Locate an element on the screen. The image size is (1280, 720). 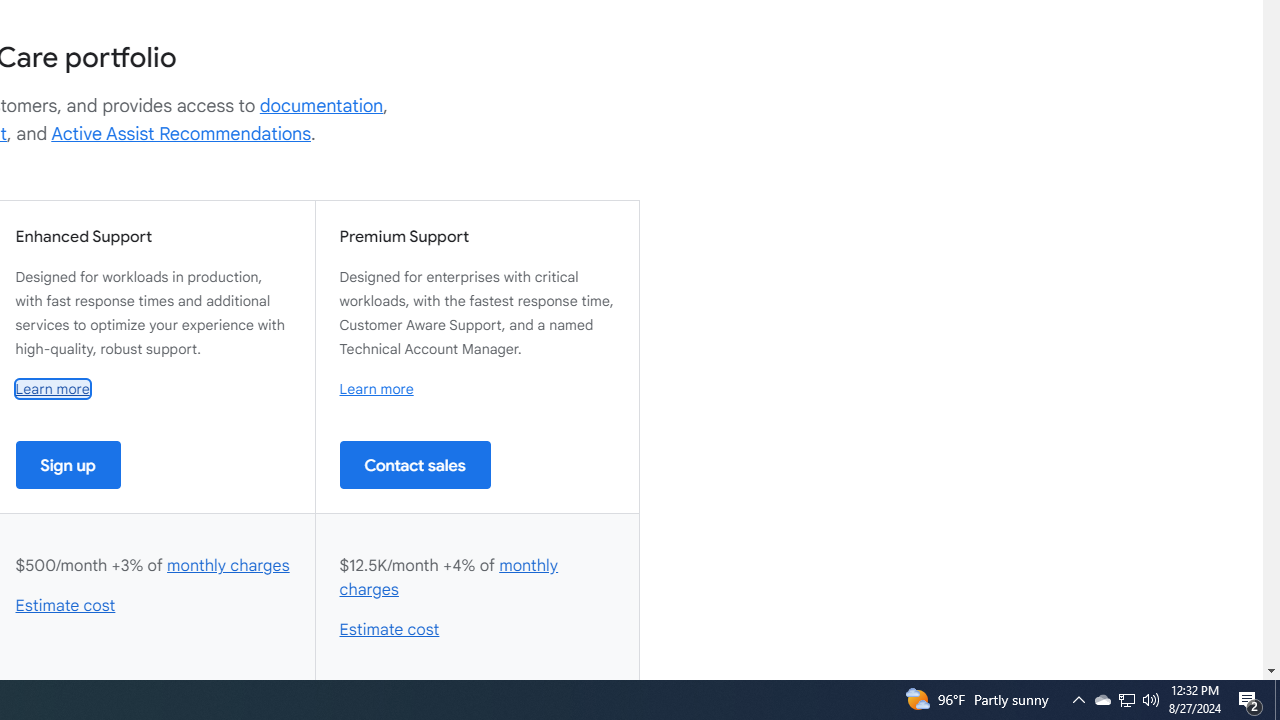
'Sign up' is located at coordinates (68, 464).